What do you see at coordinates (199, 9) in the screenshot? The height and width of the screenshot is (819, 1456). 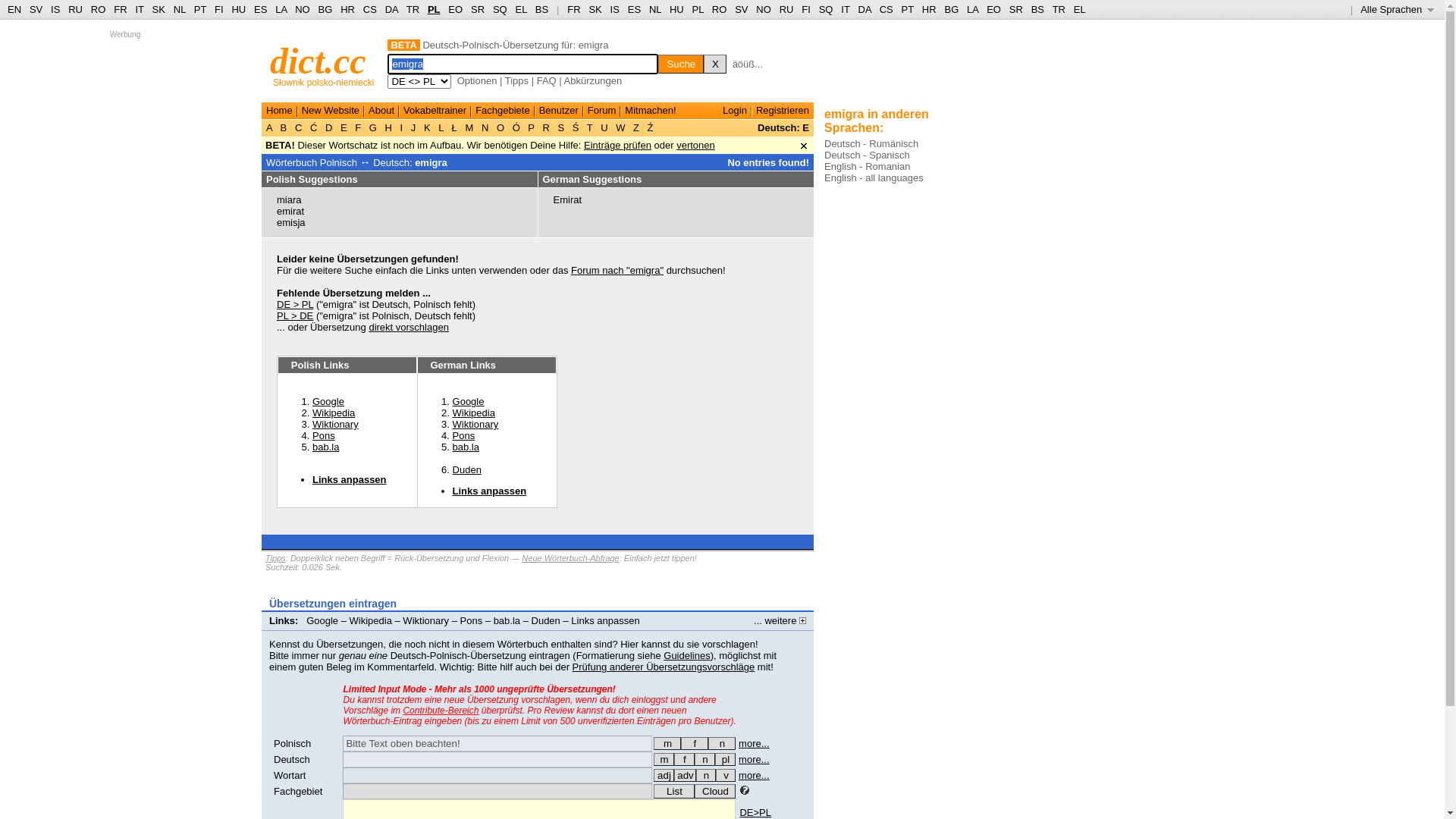 I see `'PT'` at bounding box center [199, 9].